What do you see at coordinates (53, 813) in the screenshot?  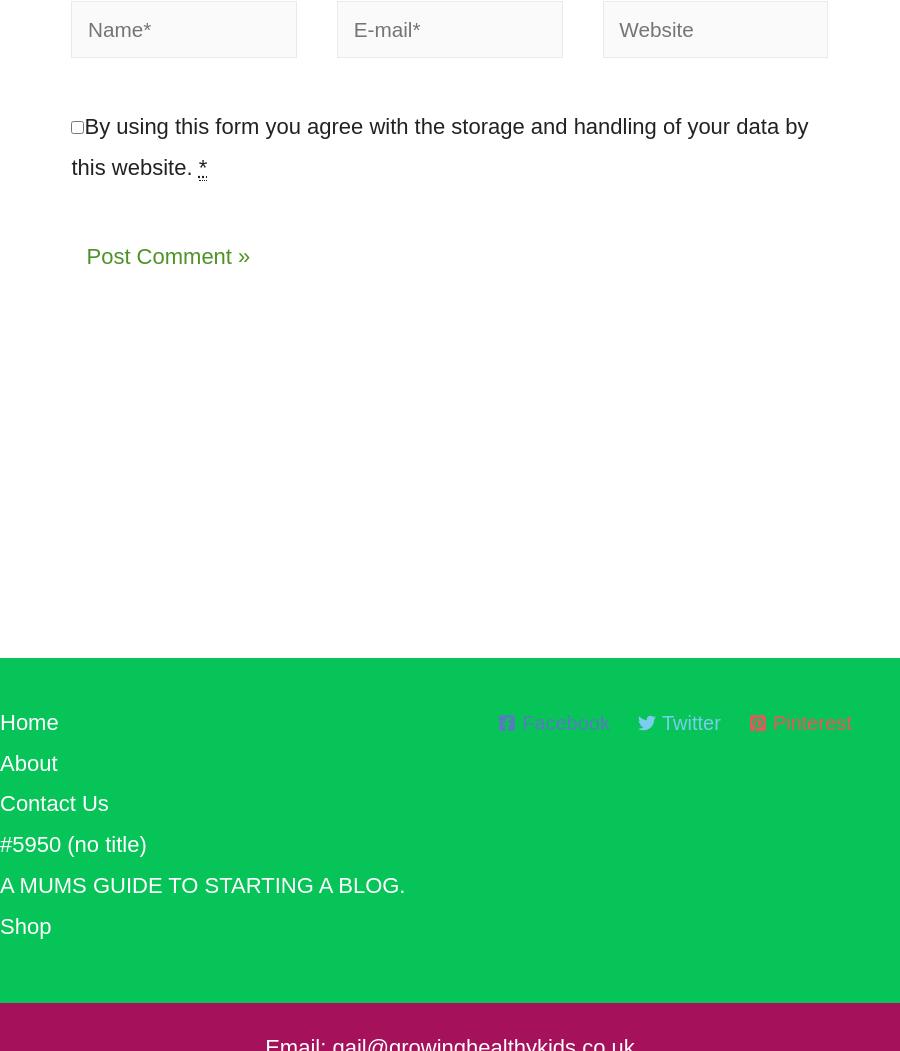 I see `'Contact Us'` at bounding box center [53, 813].